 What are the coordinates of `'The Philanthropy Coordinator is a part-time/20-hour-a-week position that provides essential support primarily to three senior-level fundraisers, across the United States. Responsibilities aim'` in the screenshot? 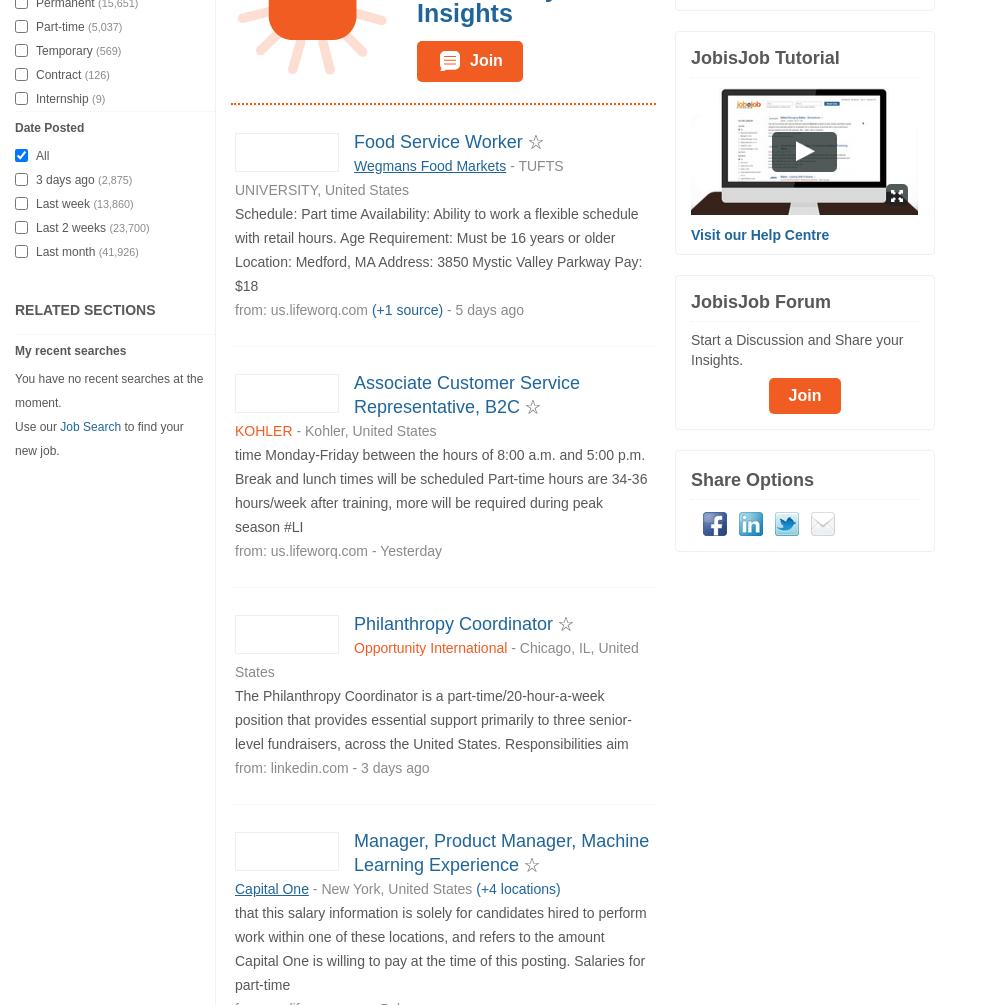 It's located at (235, 718).